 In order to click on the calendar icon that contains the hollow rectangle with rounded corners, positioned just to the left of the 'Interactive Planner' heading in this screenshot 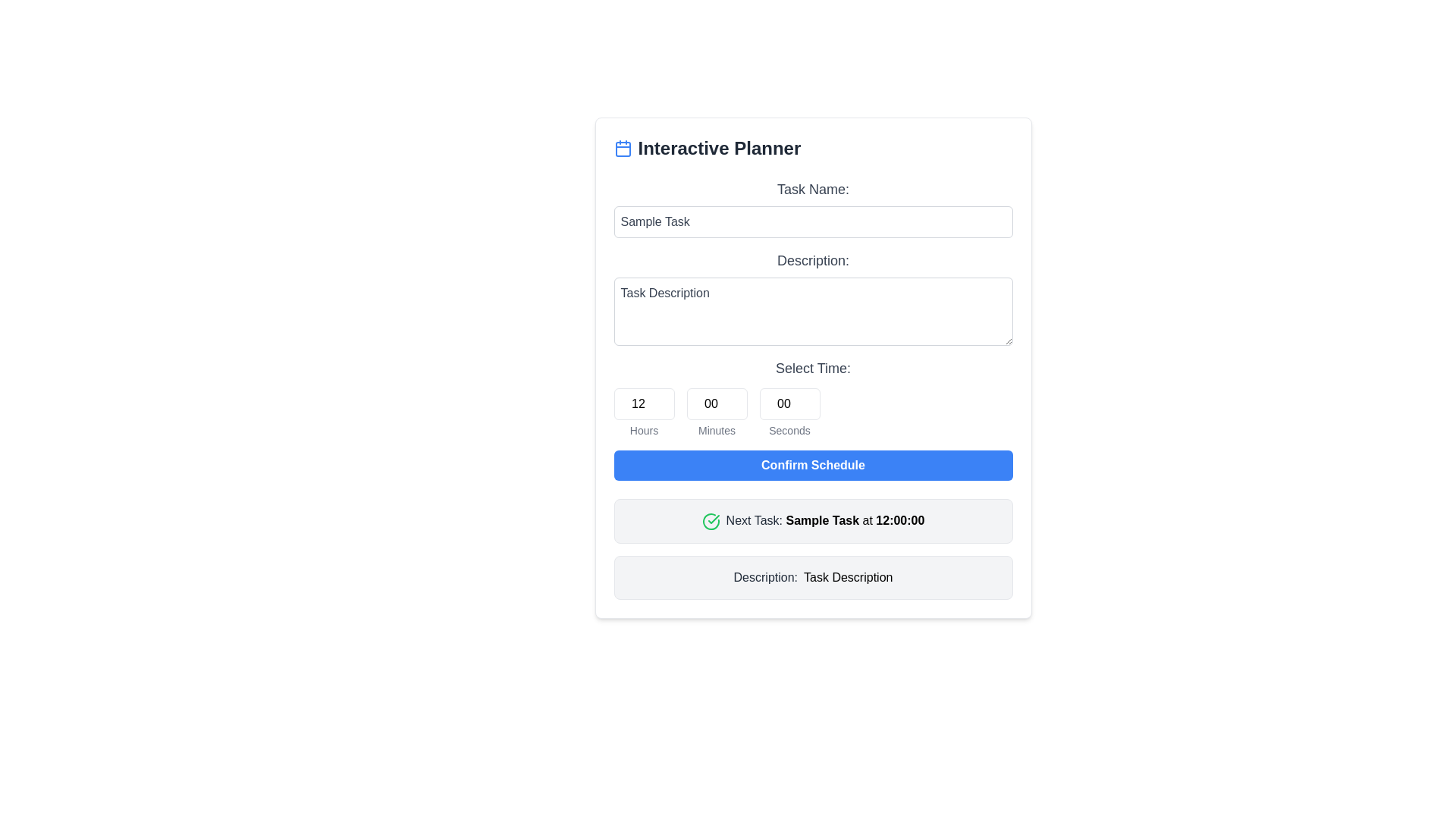, I will do `click(623, 149)`.